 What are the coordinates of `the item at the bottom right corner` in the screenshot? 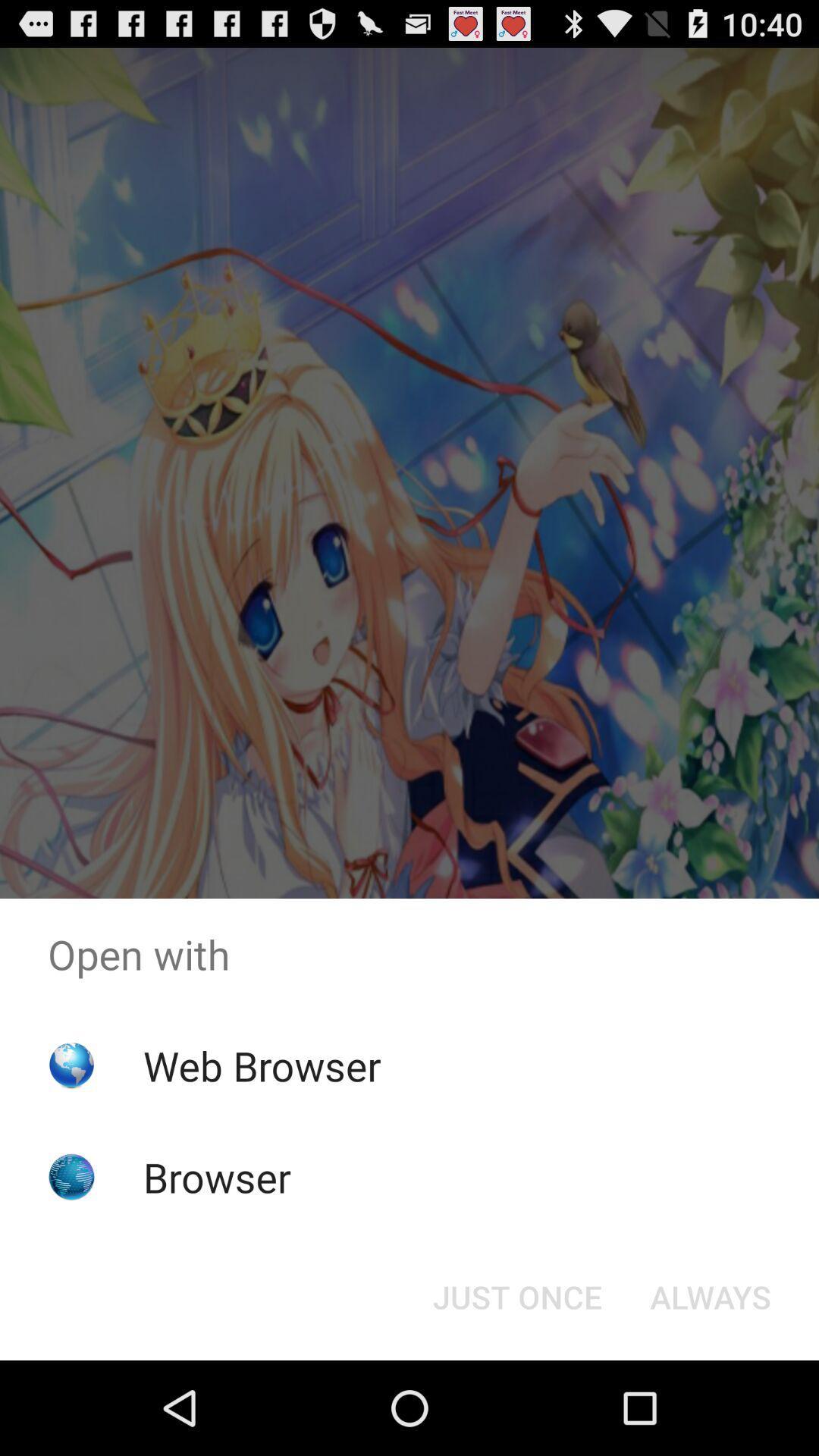 It's located at (711, 1295).